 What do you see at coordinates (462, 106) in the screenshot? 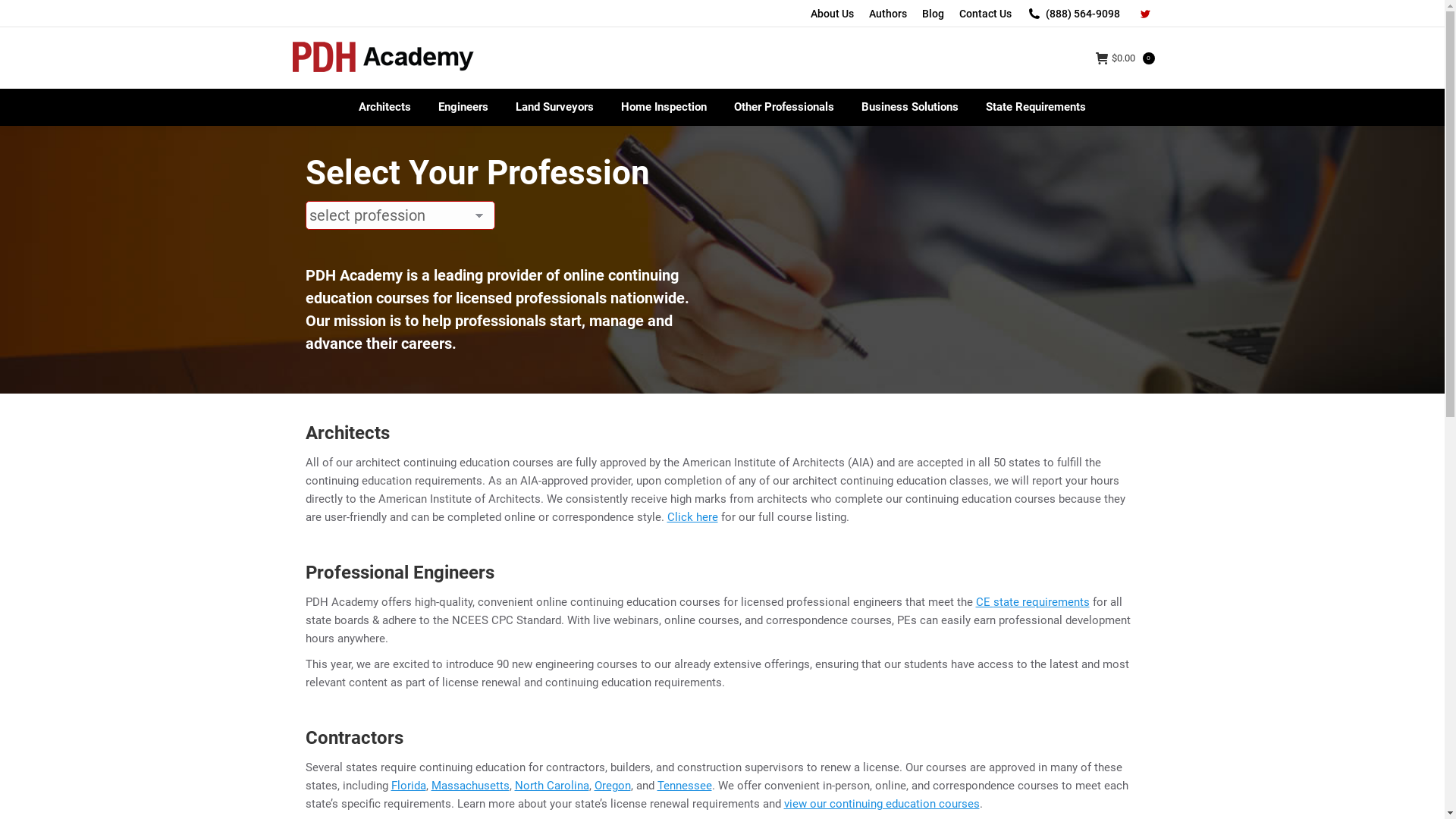
I see `'Engineers'` at bounding box center [462, 106].